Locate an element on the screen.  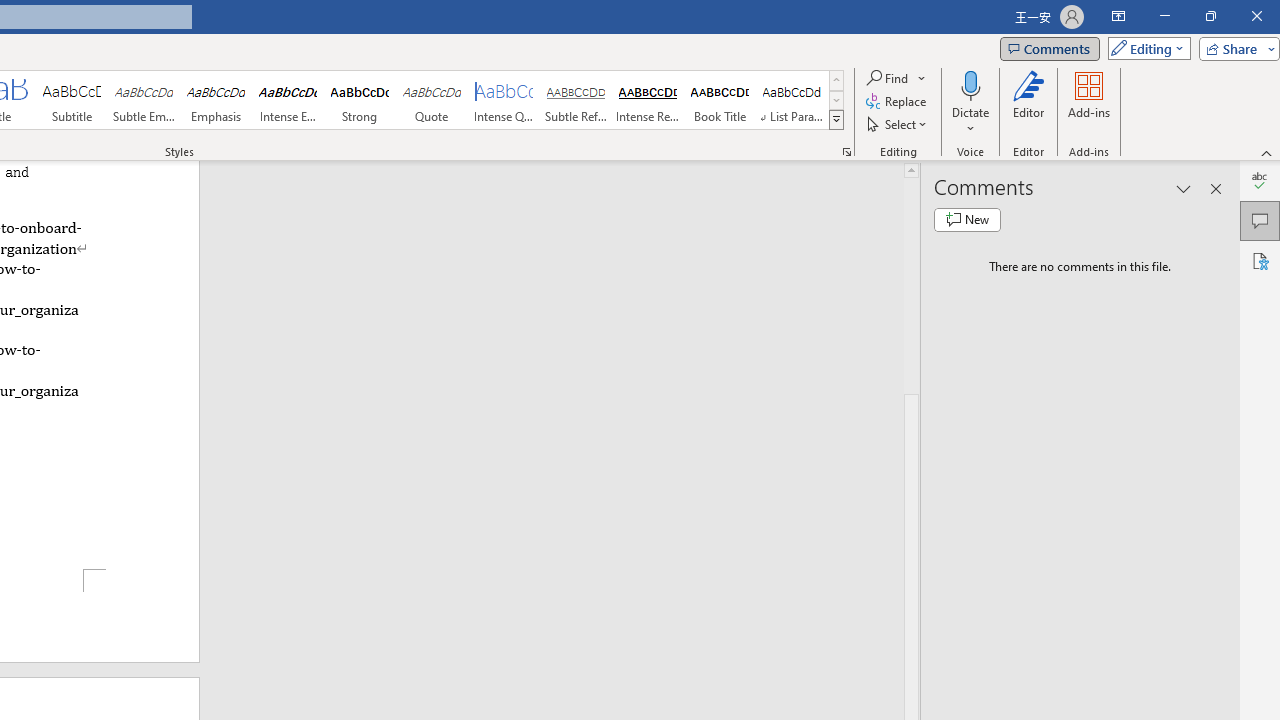
'Editing' is located at coordinates (1144, 47).